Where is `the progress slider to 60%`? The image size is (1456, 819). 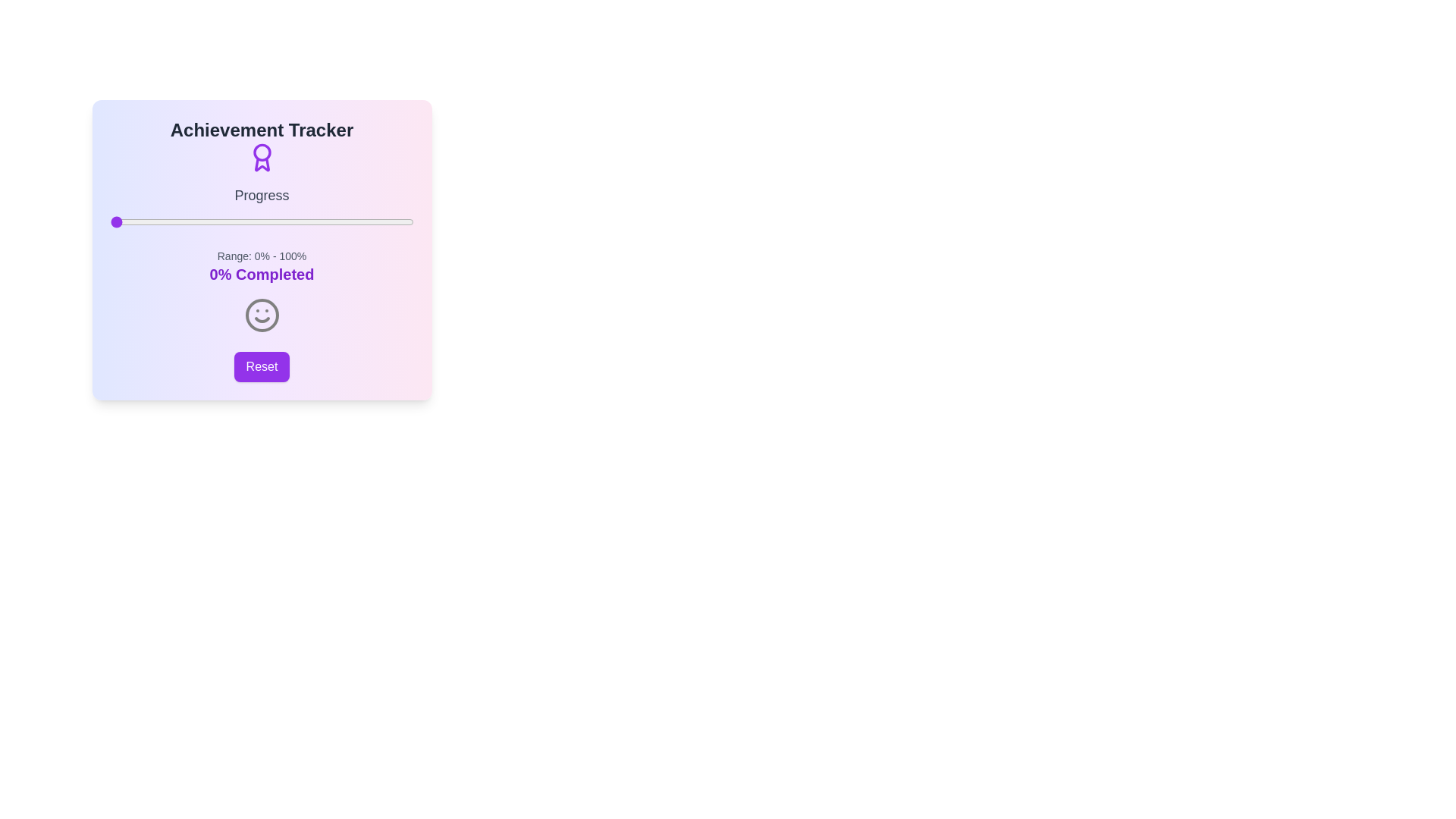
the progress slider to 60% is located at coordinates (292, 222).